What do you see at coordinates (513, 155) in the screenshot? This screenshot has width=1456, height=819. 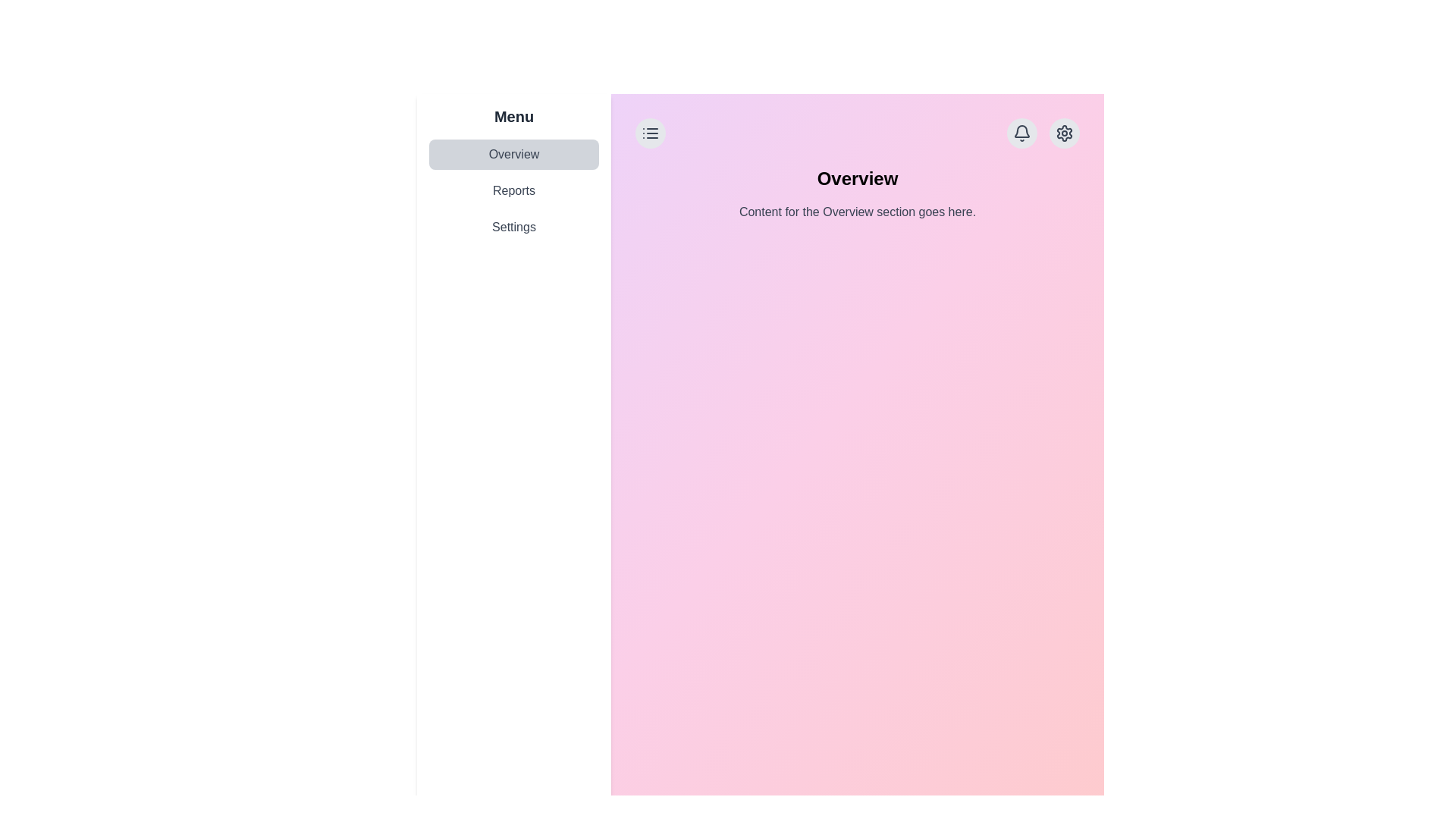 I see `the 'Overview' navigation button located in the left sidebar of the application to change its background color` at bounding box center [513, 155].